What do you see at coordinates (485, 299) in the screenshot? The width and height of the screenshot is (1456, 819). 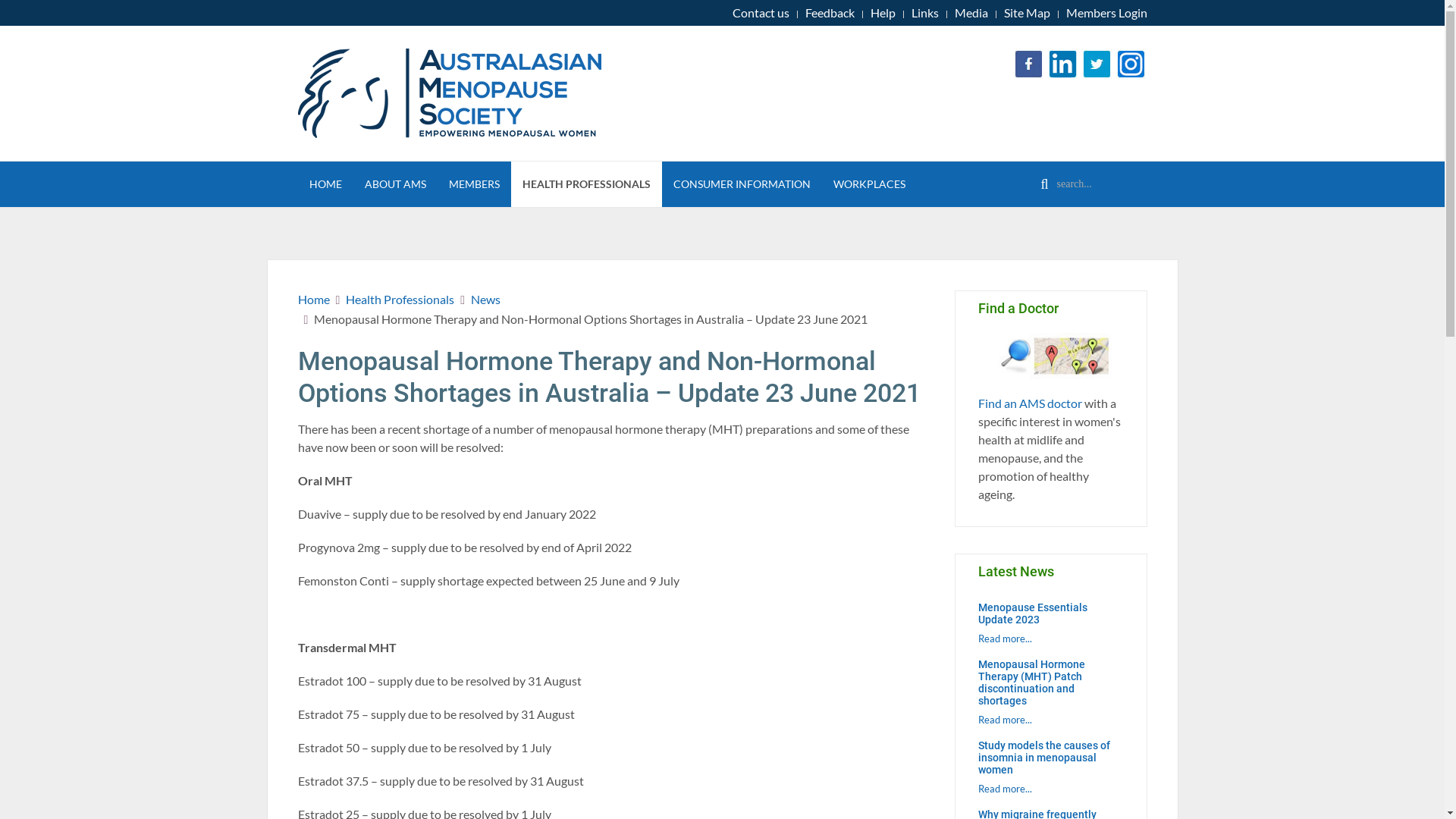 I see `'News'` at bounding box center [485, 299].